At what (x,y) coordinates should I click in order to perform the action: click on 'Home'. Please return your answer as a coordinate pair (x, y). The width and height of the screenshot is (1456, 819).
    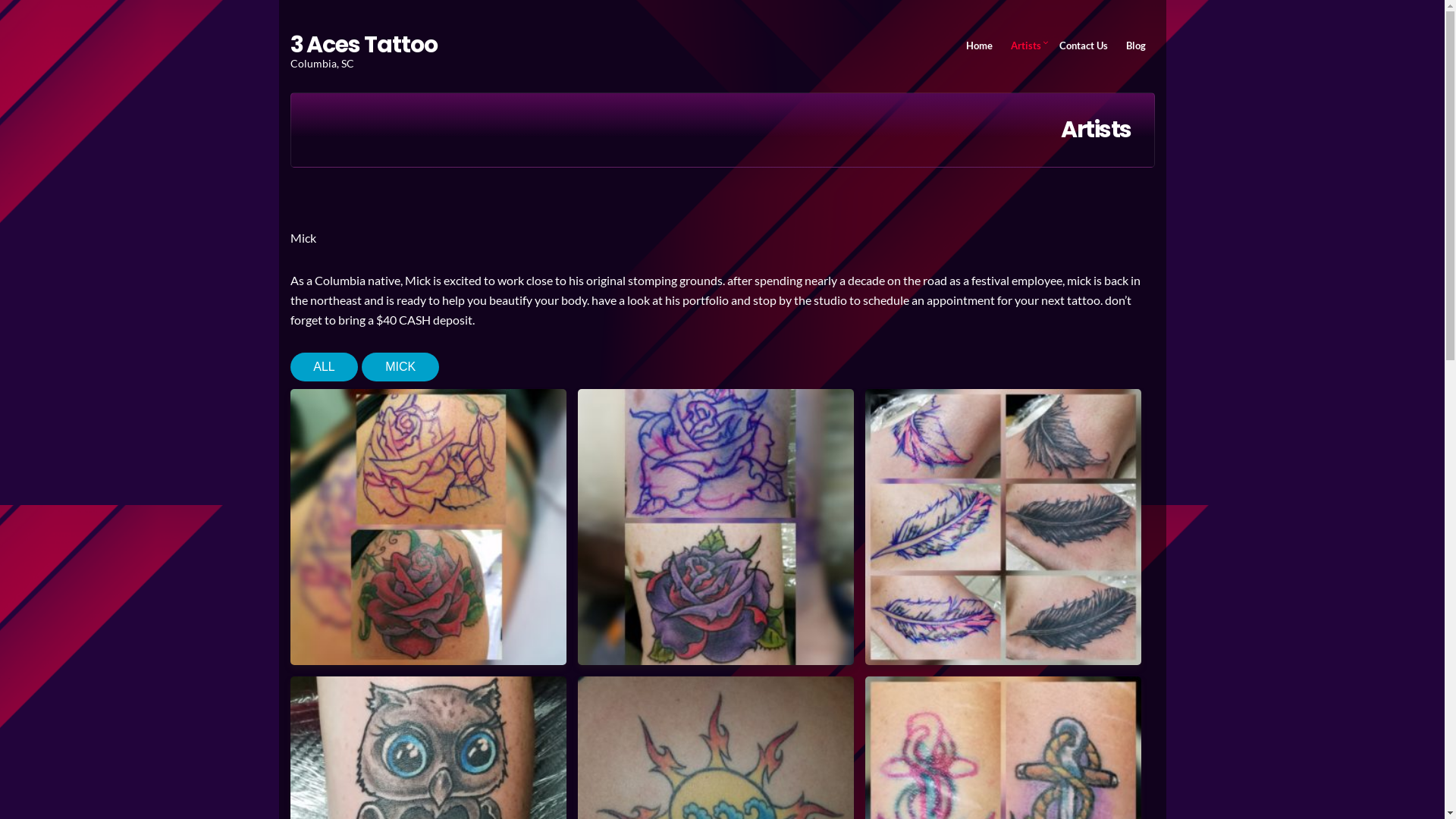
    Looking at the image, I should click on (979, 45).